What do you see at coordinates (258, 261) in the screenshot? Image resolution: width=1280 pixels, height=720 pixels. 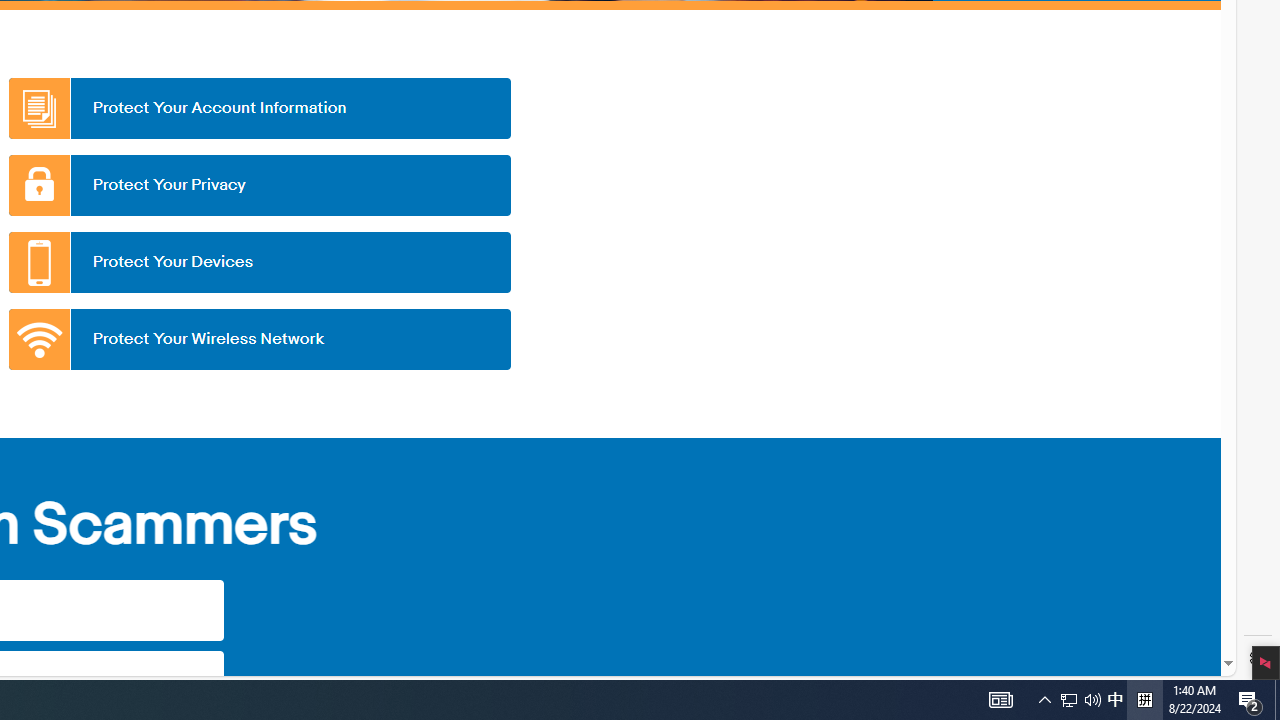 I see `'Protect Your Devices'` at bounding box center [258, 261].